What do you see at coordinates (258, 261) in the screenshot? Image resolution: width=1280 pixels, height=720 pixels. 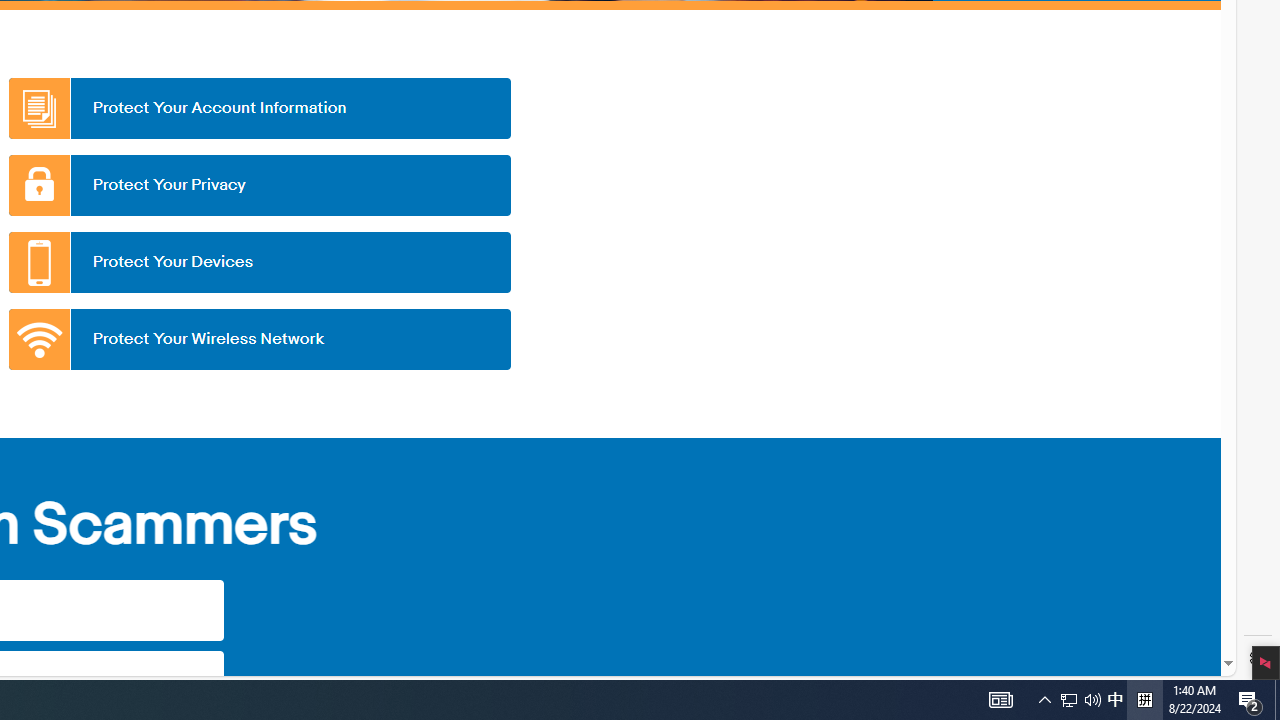 I see `'Protect Your Devices'` at bounding box center [258, 261].